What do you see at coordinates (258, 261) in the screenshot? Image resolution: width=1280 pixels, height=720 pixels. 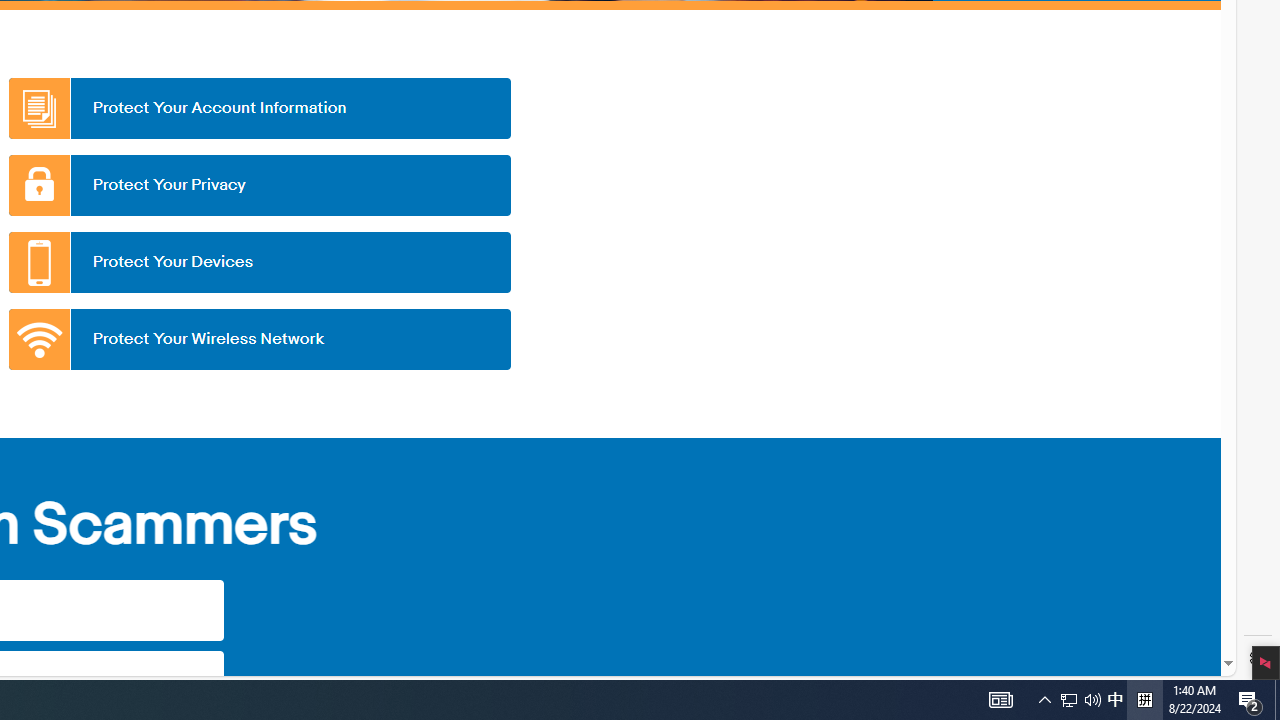 I see `'Protect Your Devices'` at bounding box center [258, 261].